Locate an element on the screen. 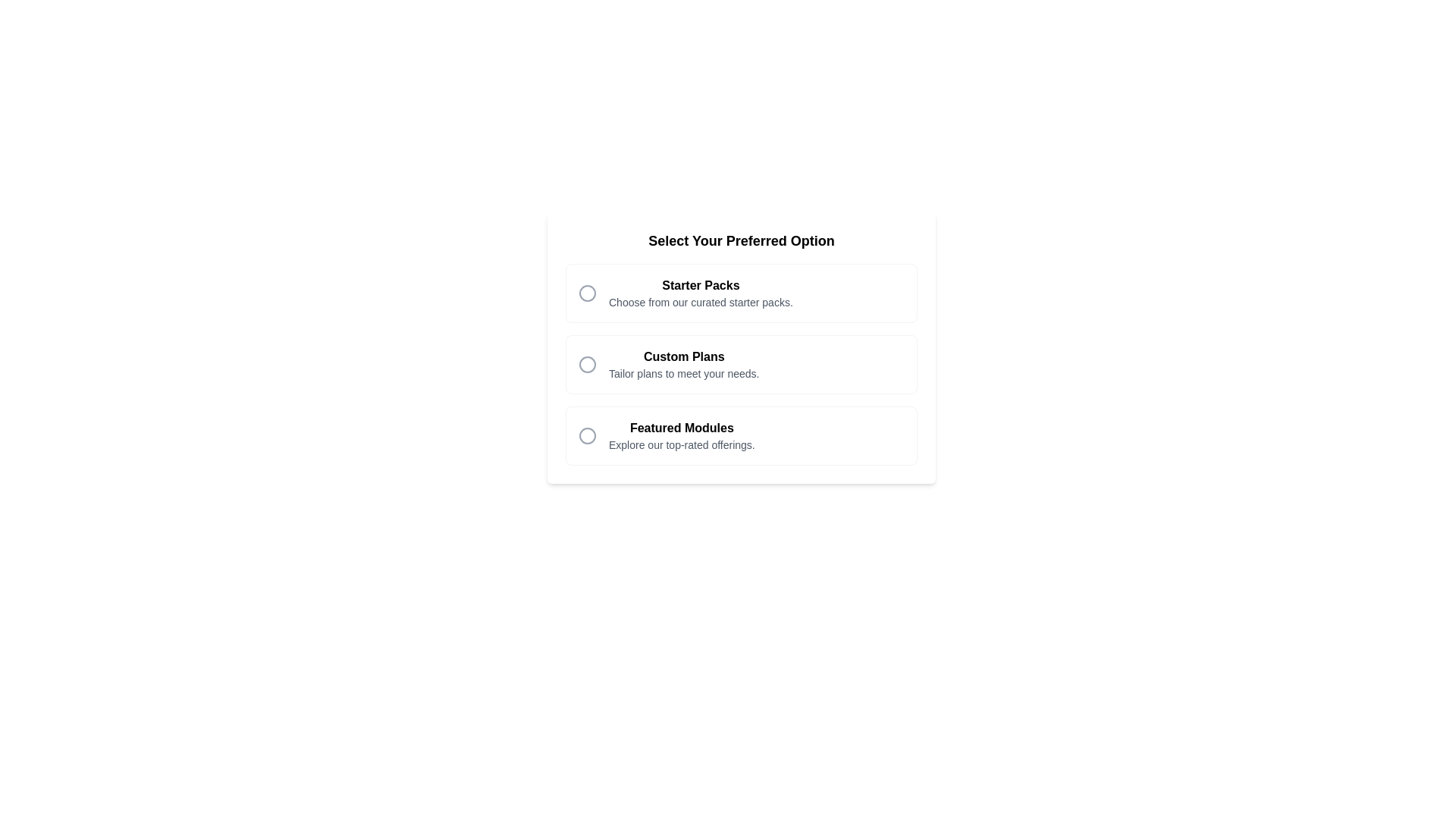 This screenshot has width=1456, height=819. the state of the hollow circular Icon component located in the third row of options under the 'Featured Modules' title is located at coordinates (586, 435).